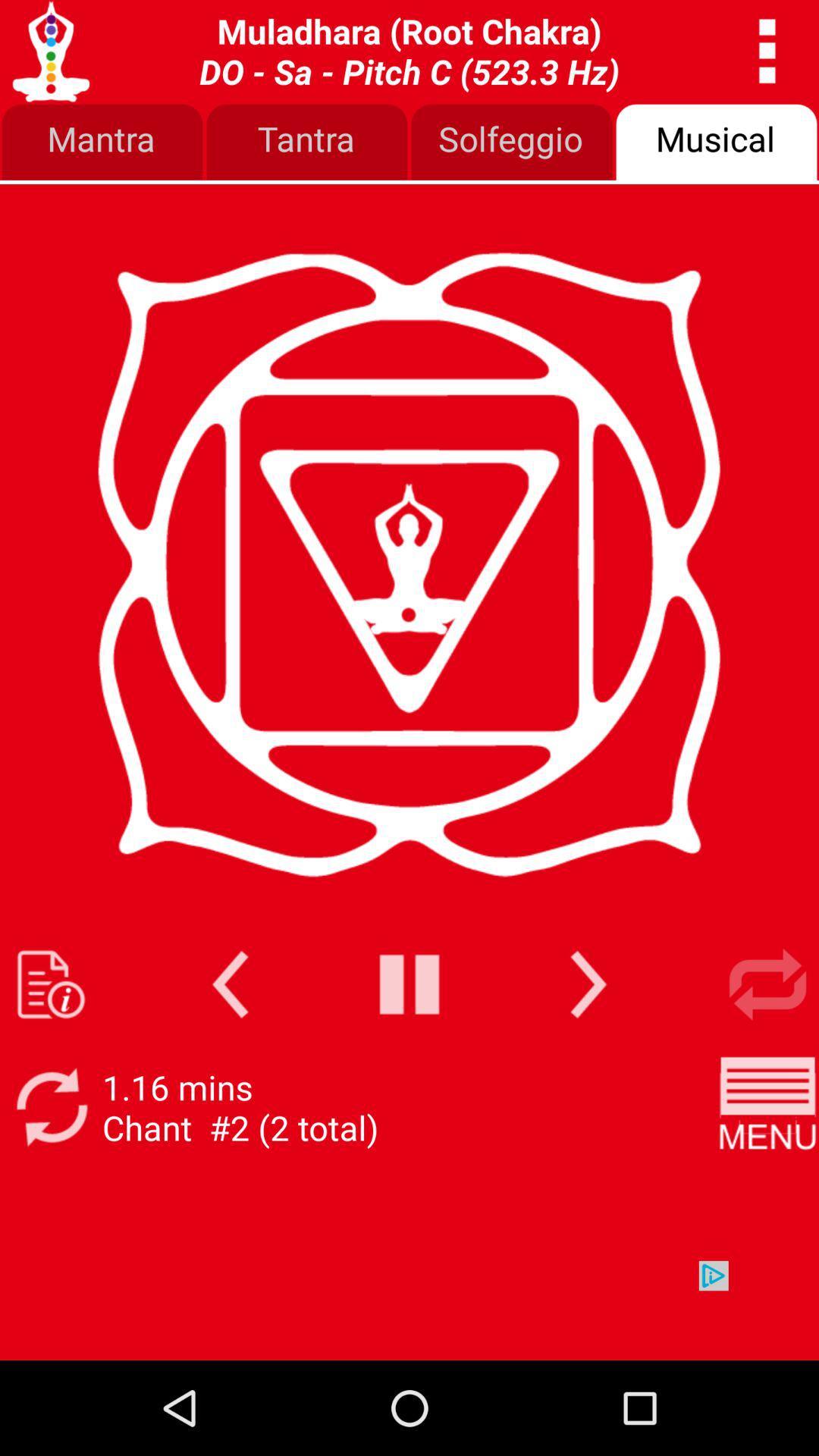 The width and height of the screenshot is (819, 1456). I want to click on the item next to solfeggio item, so click(307, 143).